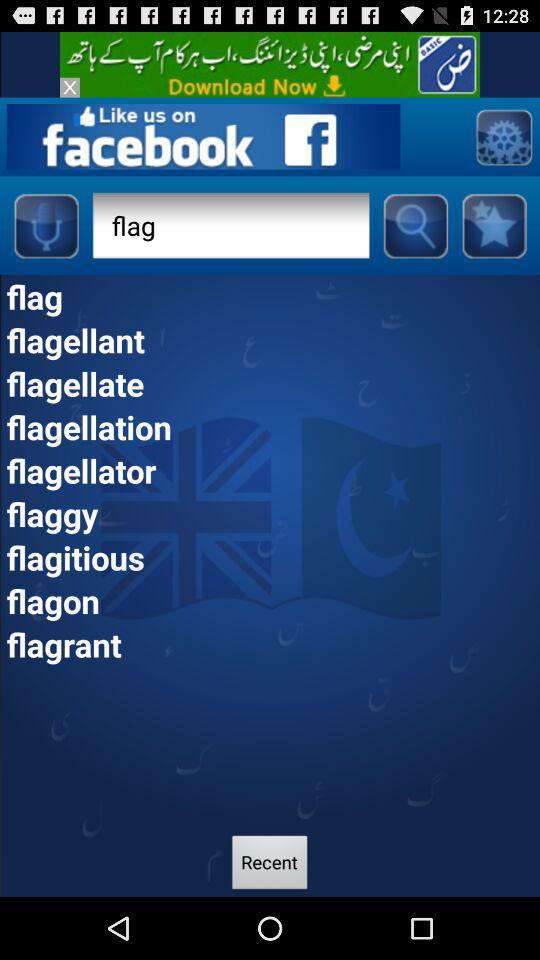  What do you see at coordinates (68, 87) in the screenshot?
I see `advertisement button` at bounding box center [68, 87].